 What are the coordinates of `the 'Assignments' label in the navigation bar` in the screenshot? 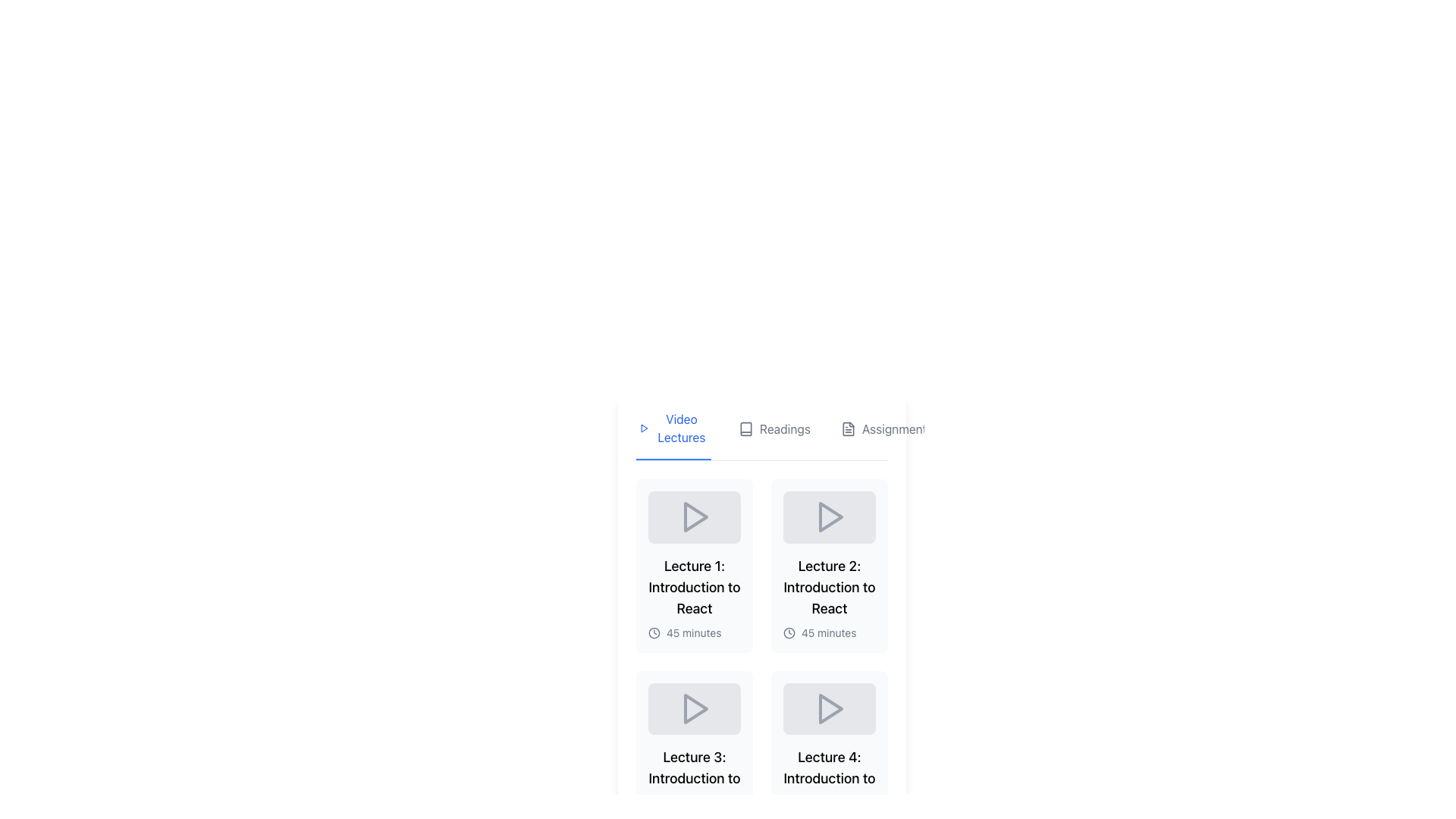 It's located at (897, 429).